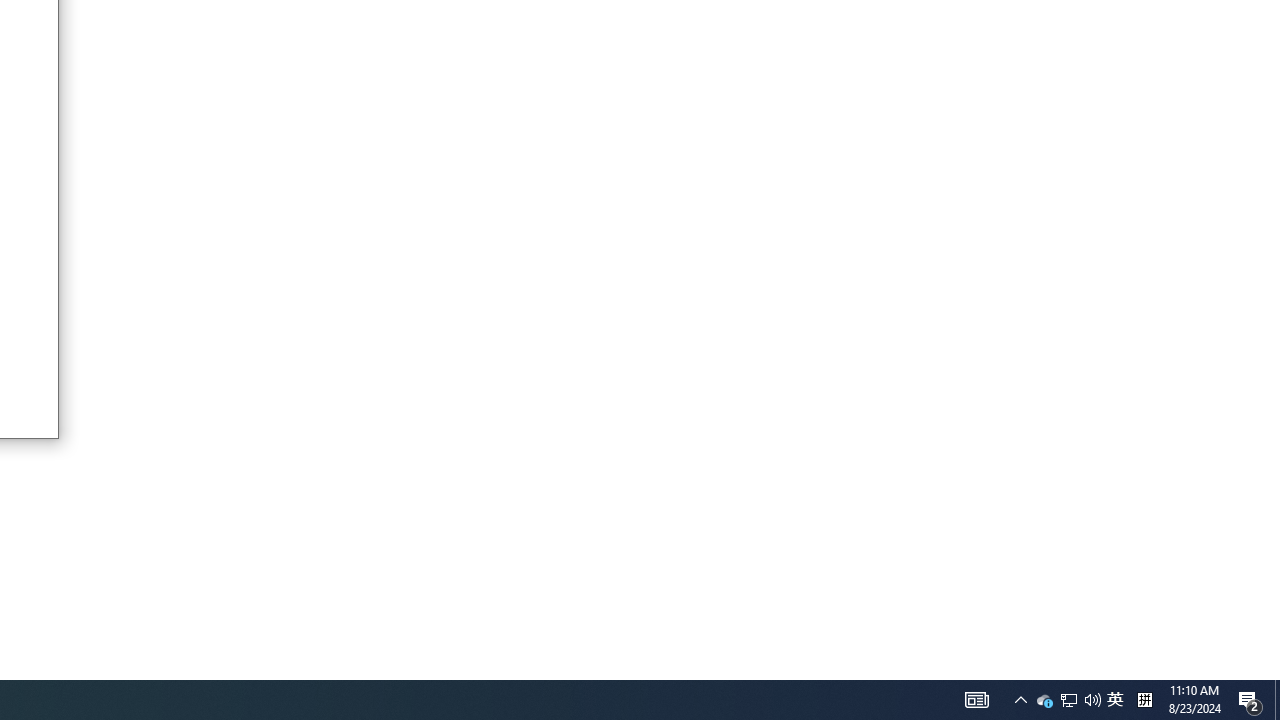 The height and width of the screenshot is (720, 1280). Describe the element at coordinates (1250, 698) in the screenshot. I see `'Action Center, 2 new notifications'` at that location.